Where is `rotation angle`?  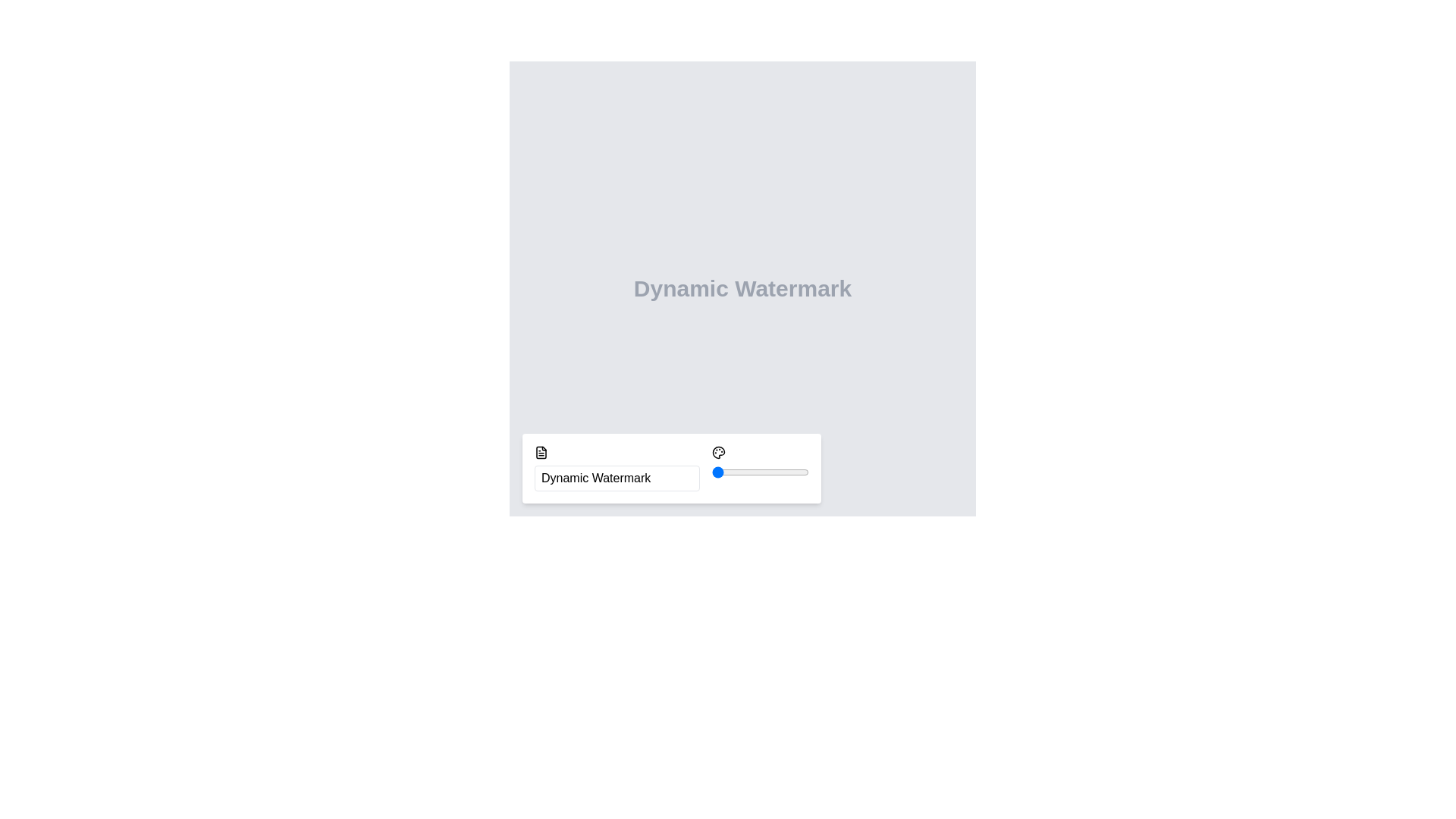 rotation angle is located at coordinates (803, 472).